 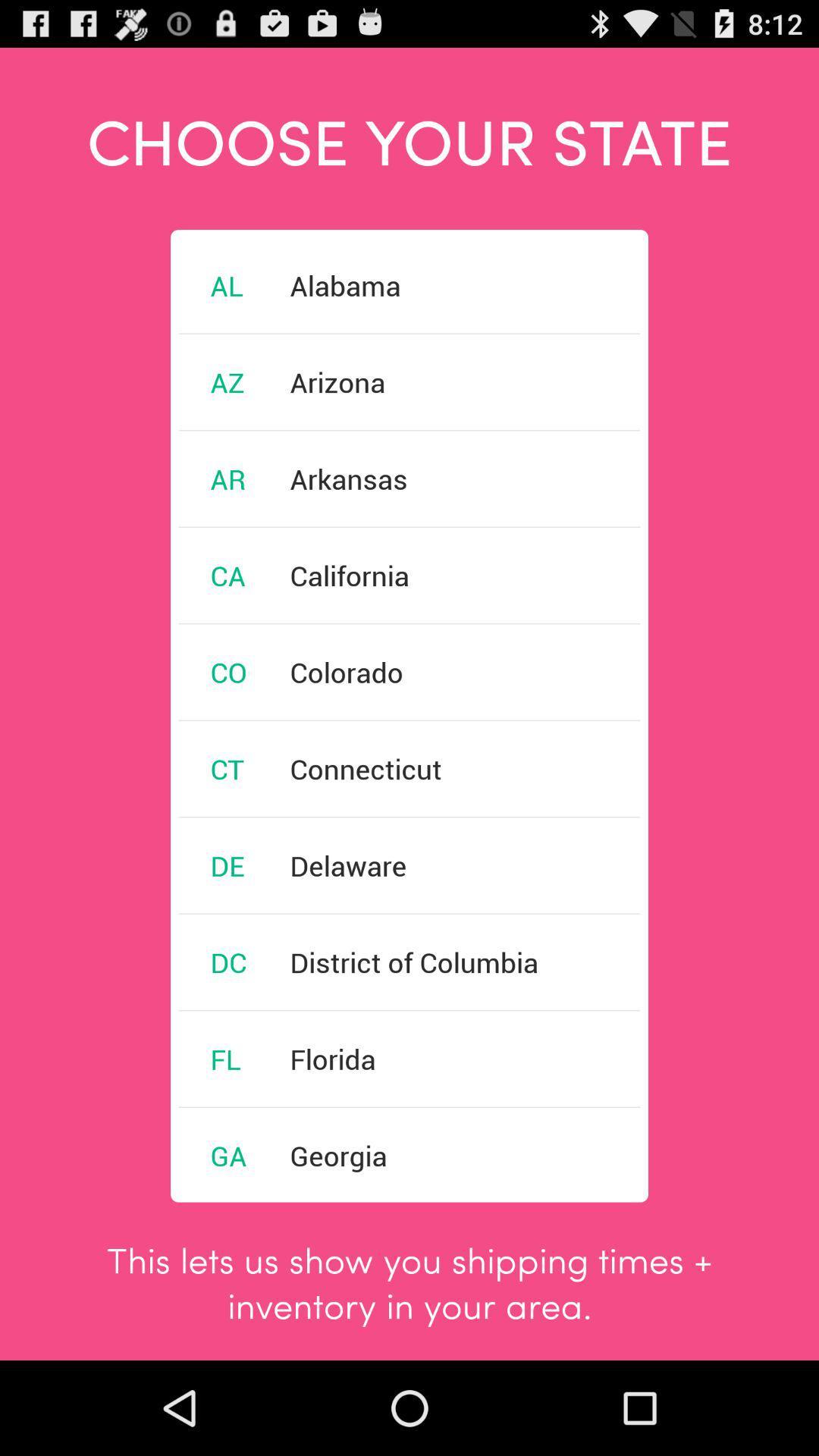 What do you see at coordinates (227, 574) in the screenshot?
I see `the item above the co item` at bounding box center [227, 574].